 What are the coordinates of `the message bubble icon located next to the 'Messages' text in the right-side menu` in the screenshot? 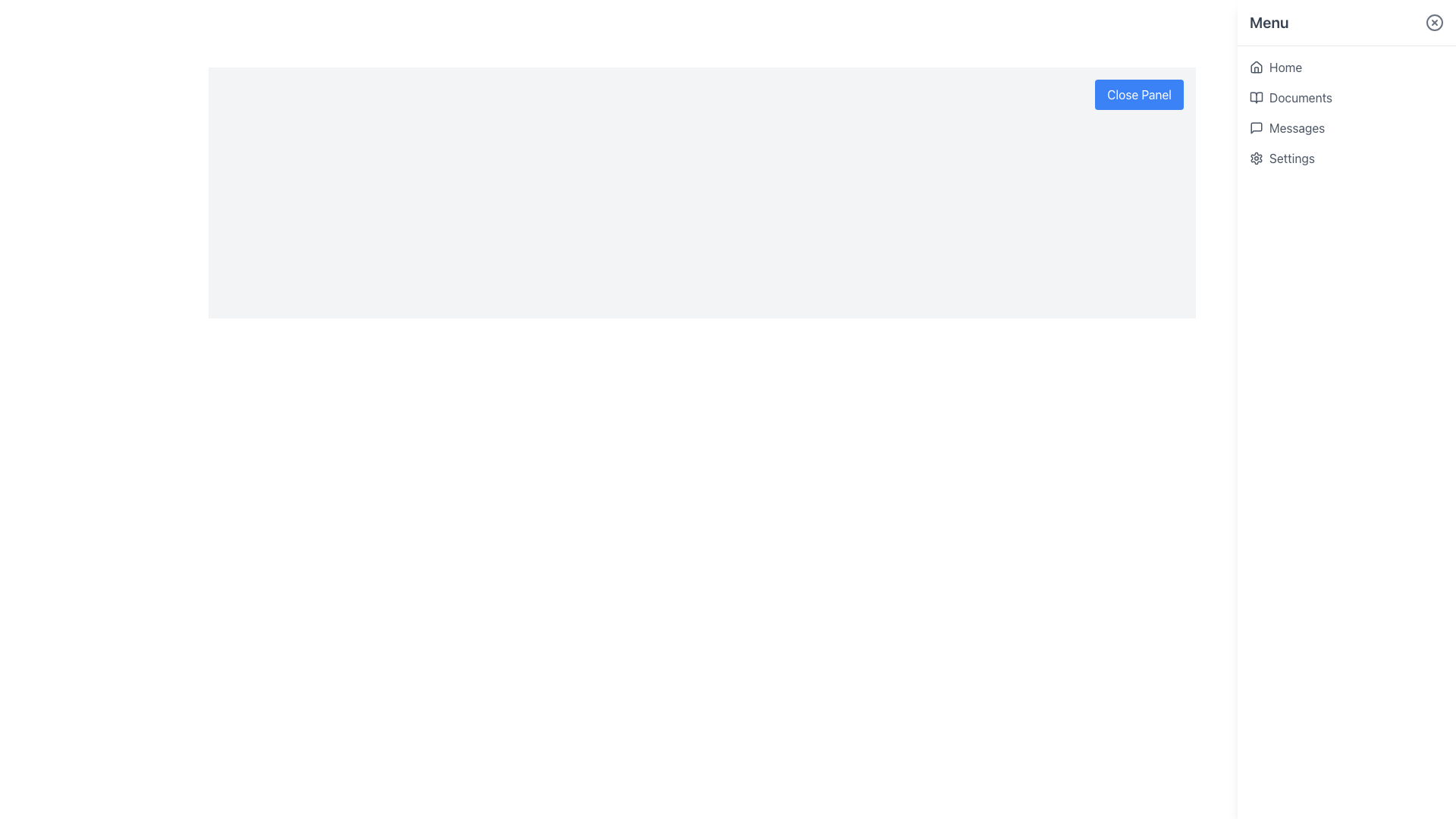 It's located at (1256, 127).